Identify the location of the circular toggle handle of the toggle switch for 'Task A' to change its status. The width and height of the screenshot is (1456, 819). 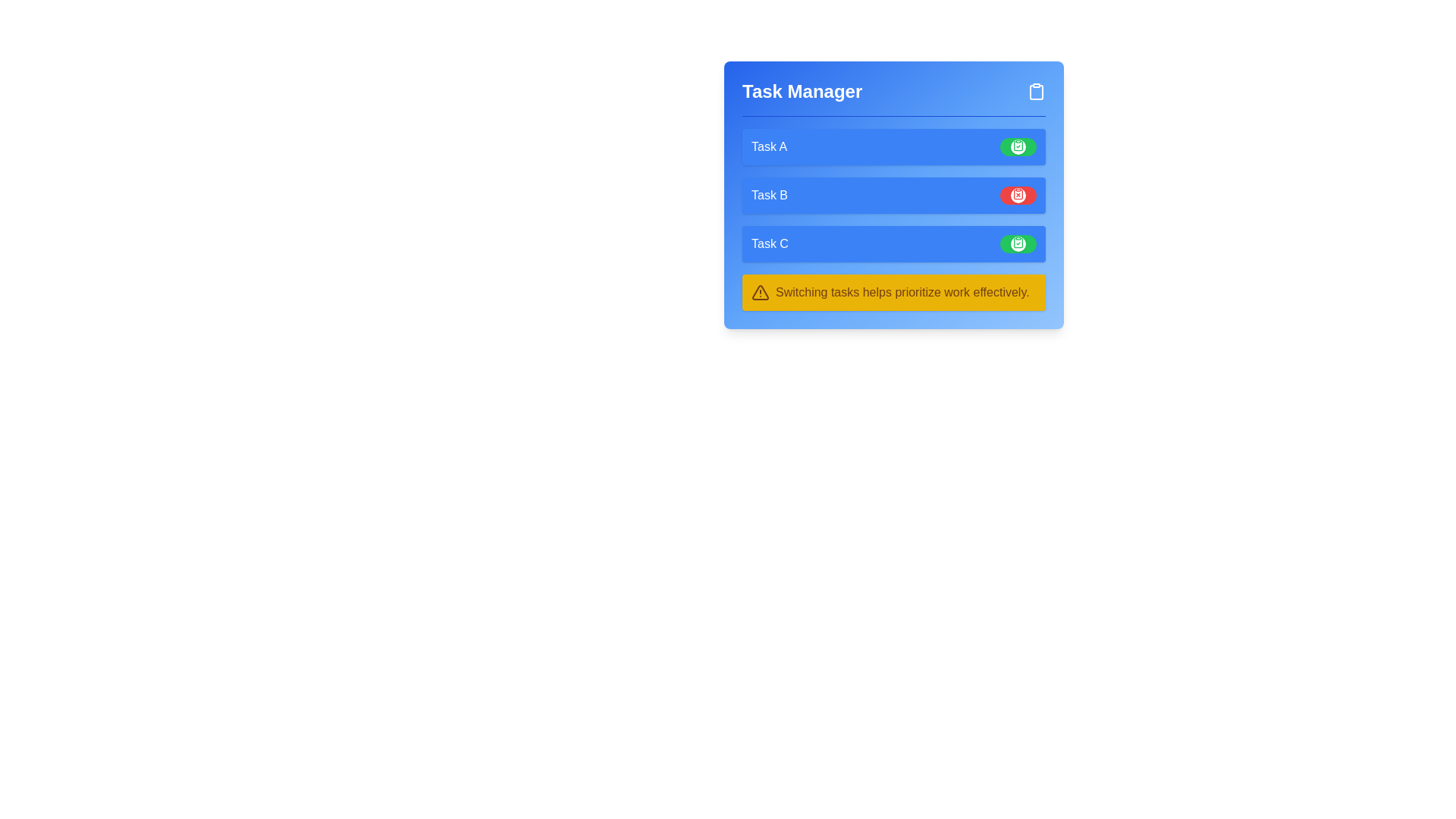
(1018, 146).